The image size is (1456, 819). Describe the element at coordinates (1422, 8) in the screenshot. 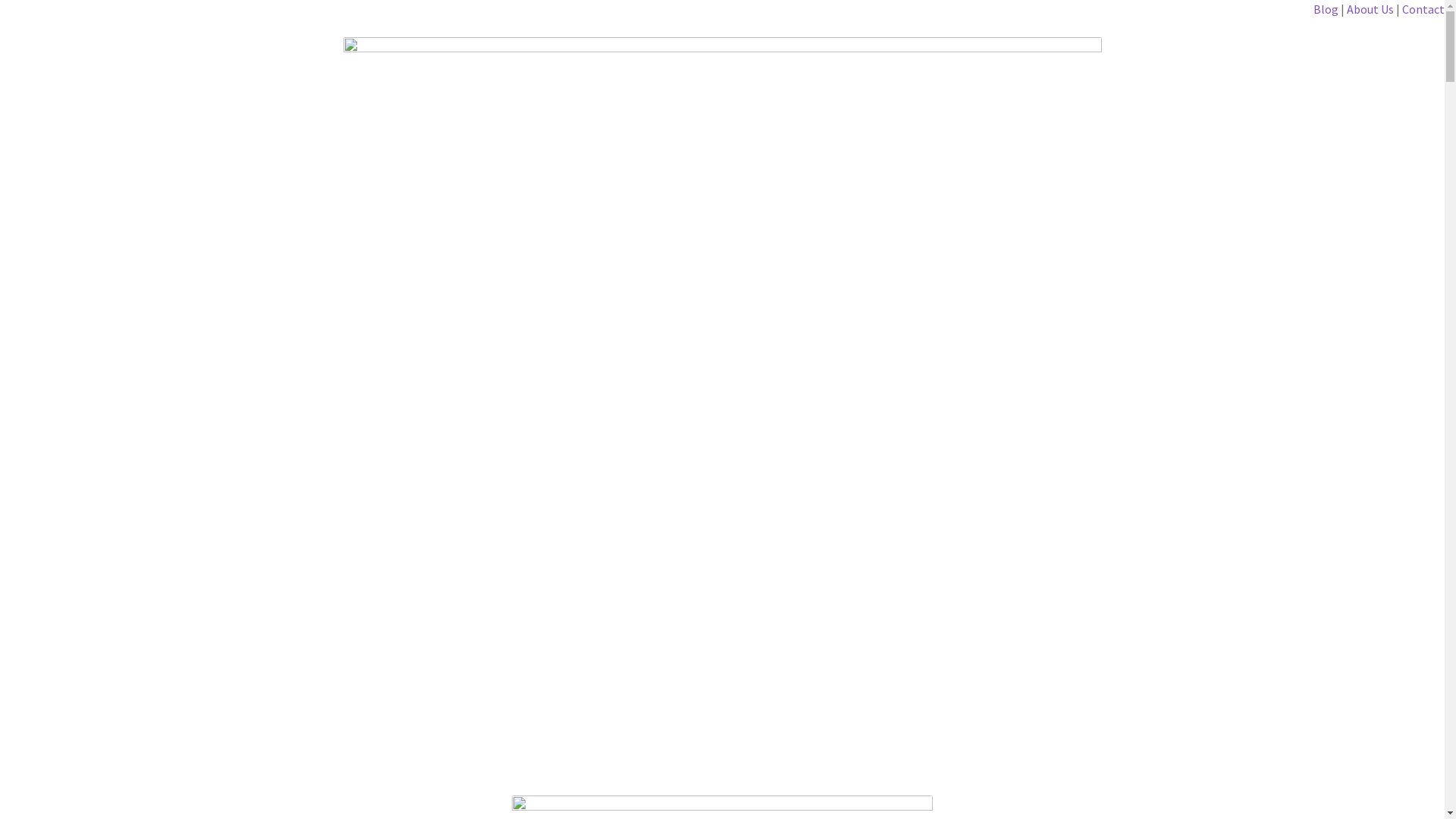

I see `'Contact'` at that location.